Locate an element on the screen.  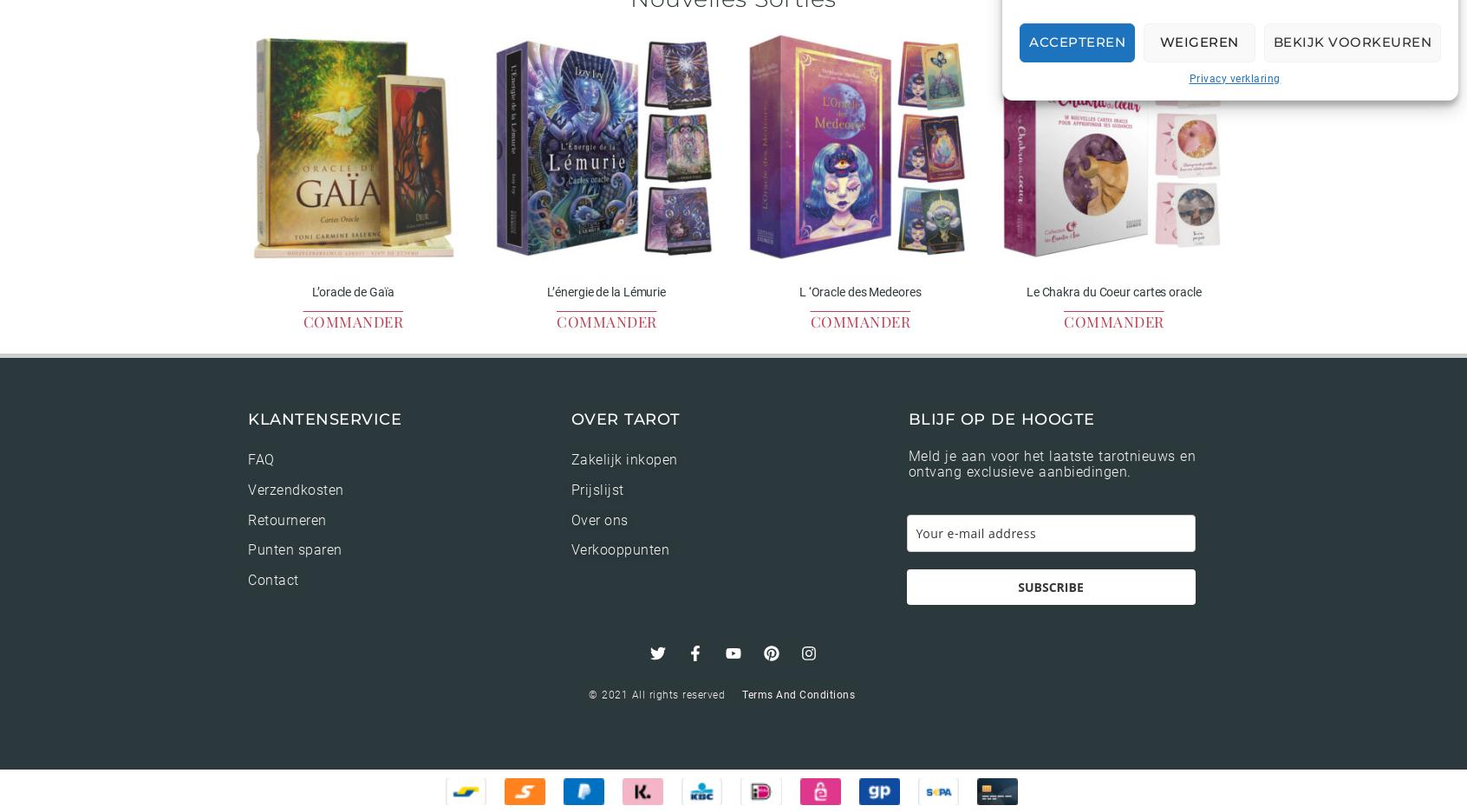
'Klantenservice' is located at coordinates (324, 419).